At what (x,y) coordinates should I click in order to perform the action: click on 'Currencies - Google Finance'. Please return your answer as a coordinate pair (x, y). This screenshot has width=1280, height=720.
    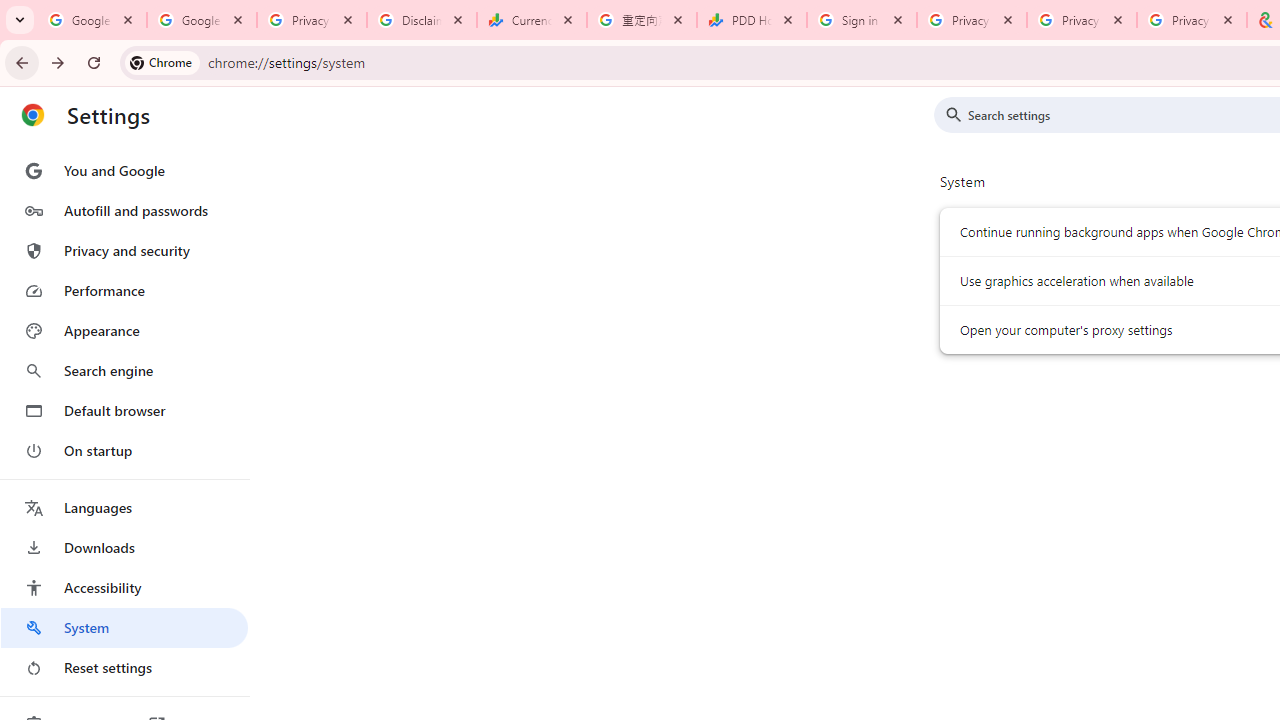
    Looking at the image, I should click on (532, 20).